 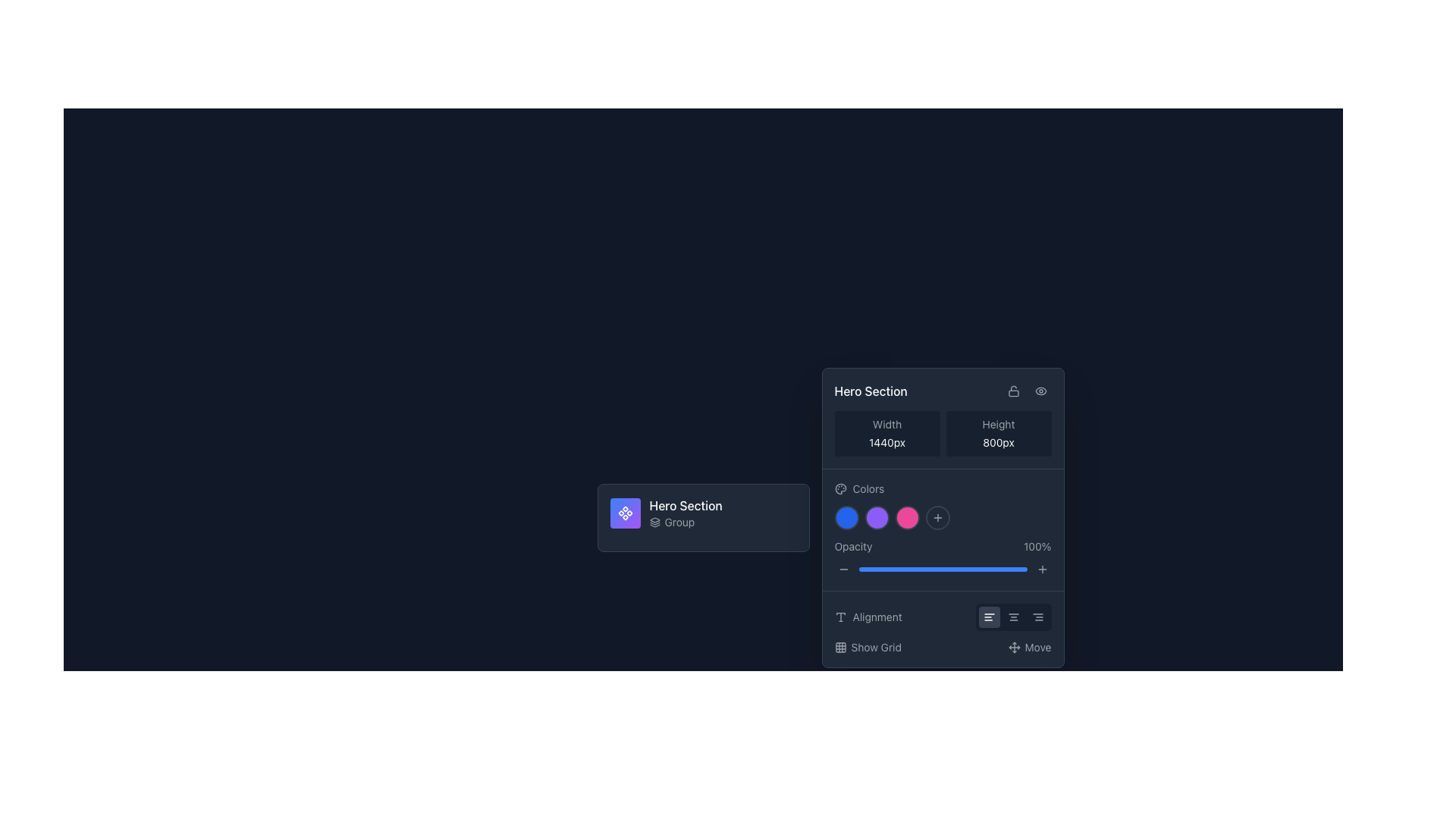 What do you see at coordinates (1014, 647) in the screenshot?
I see `the multi-directional move icon located` at bounding box center [1014, 647].